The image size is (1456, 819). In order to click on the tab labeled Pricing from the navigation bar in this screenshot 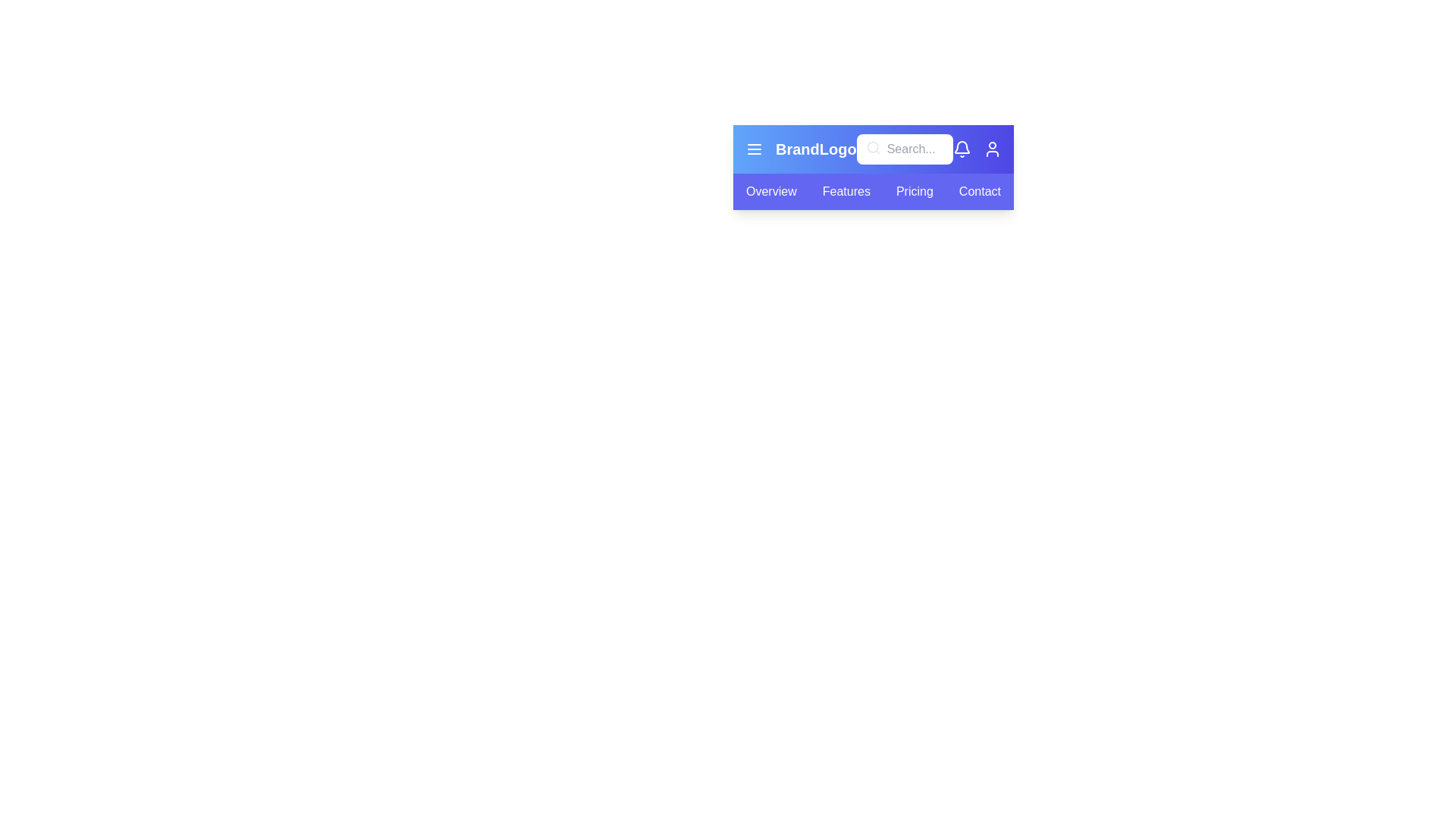, I will do `click(914, 191)`.